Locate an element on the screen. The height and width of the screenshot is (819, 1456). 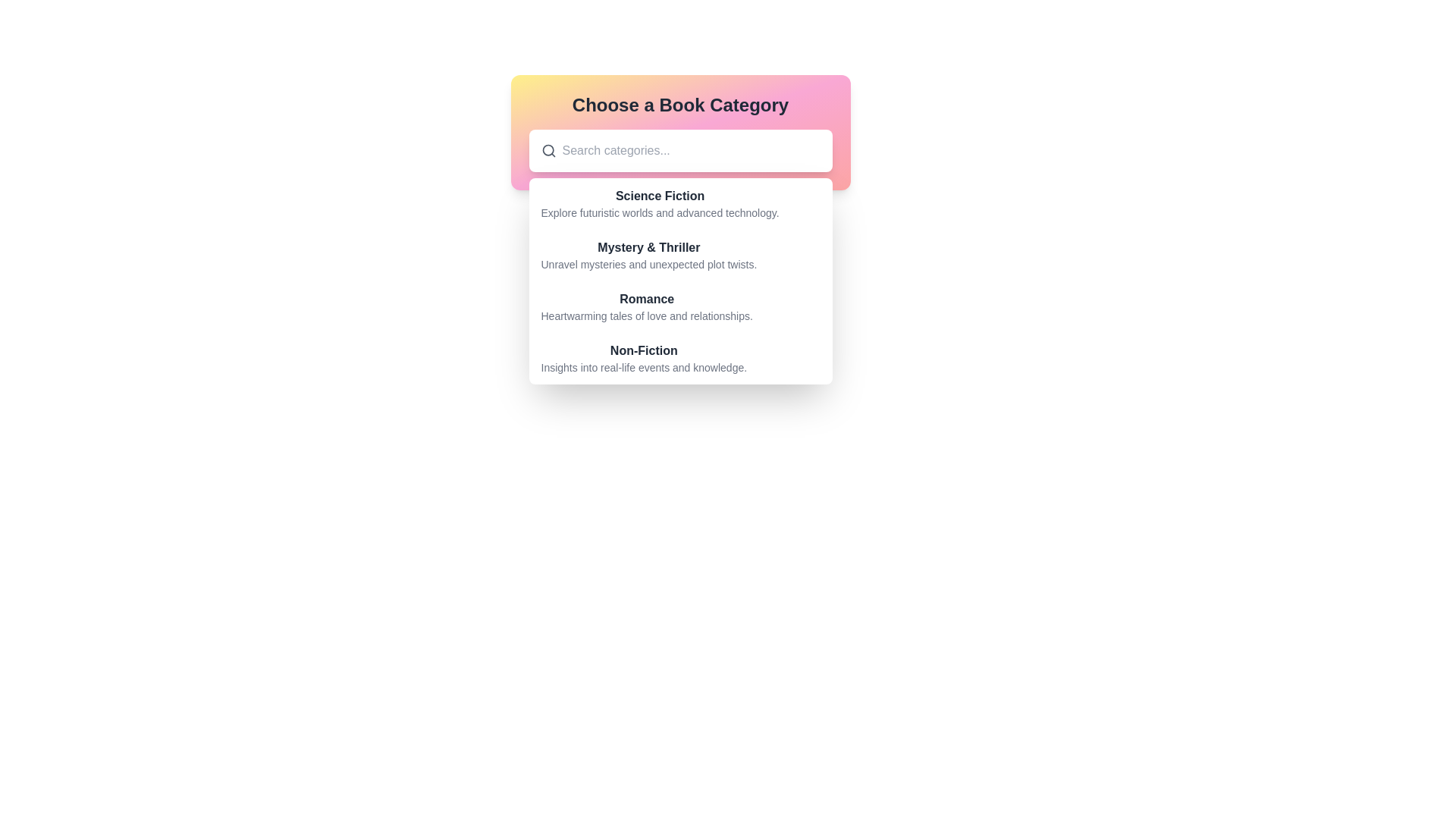
the first list item for science fiction books, which is located below the 'Choose a Book Category' heading and directly below the search bar is located at coordinates (660, 203).